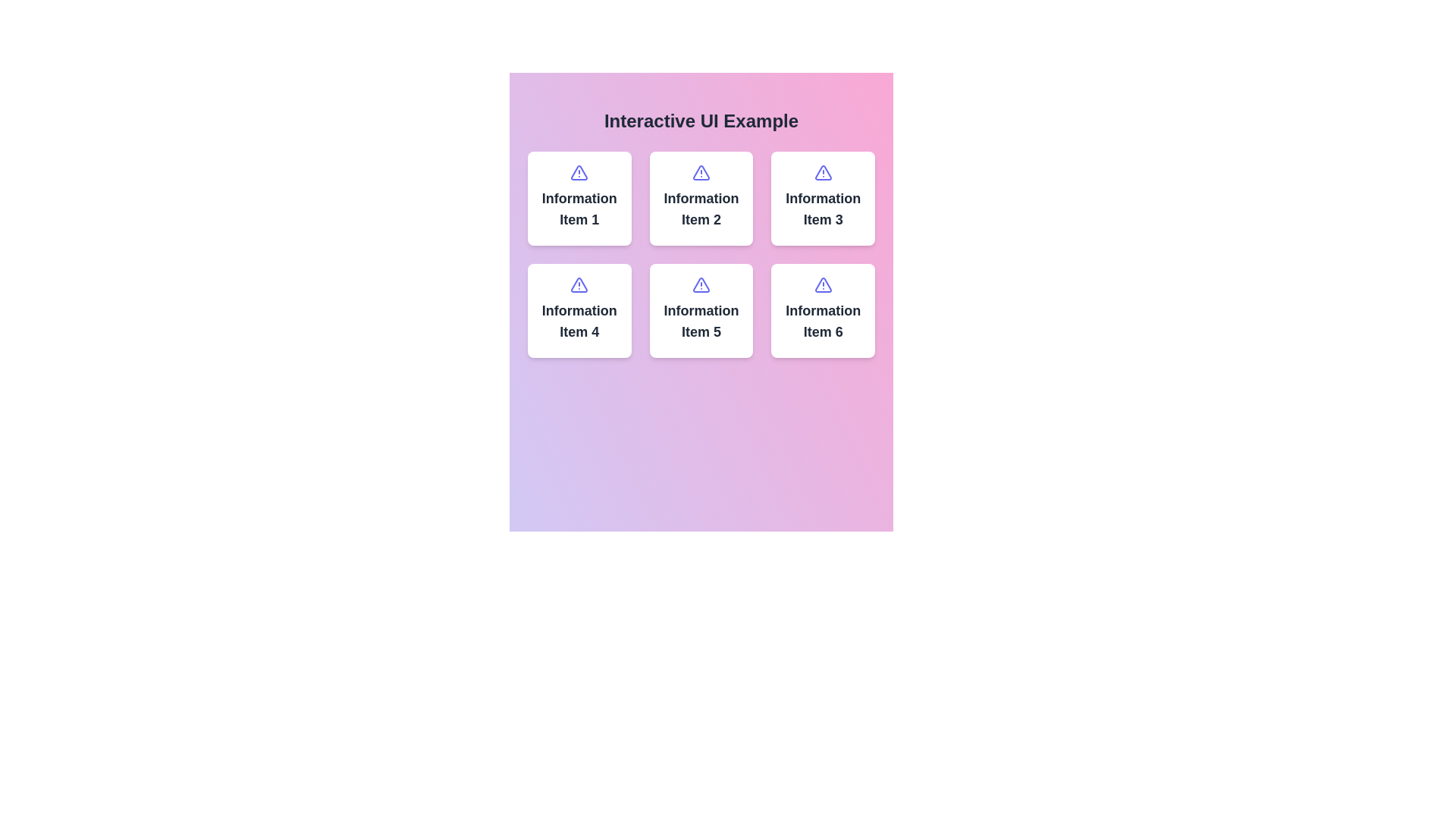 The image size is (1456, 819). What do you see at coordinates (579, 171) in the screenshot?
I see `the purple triangular warning icon located at the top center of the card labeled 'Information Item 1'` at bounding box center [579, 171].